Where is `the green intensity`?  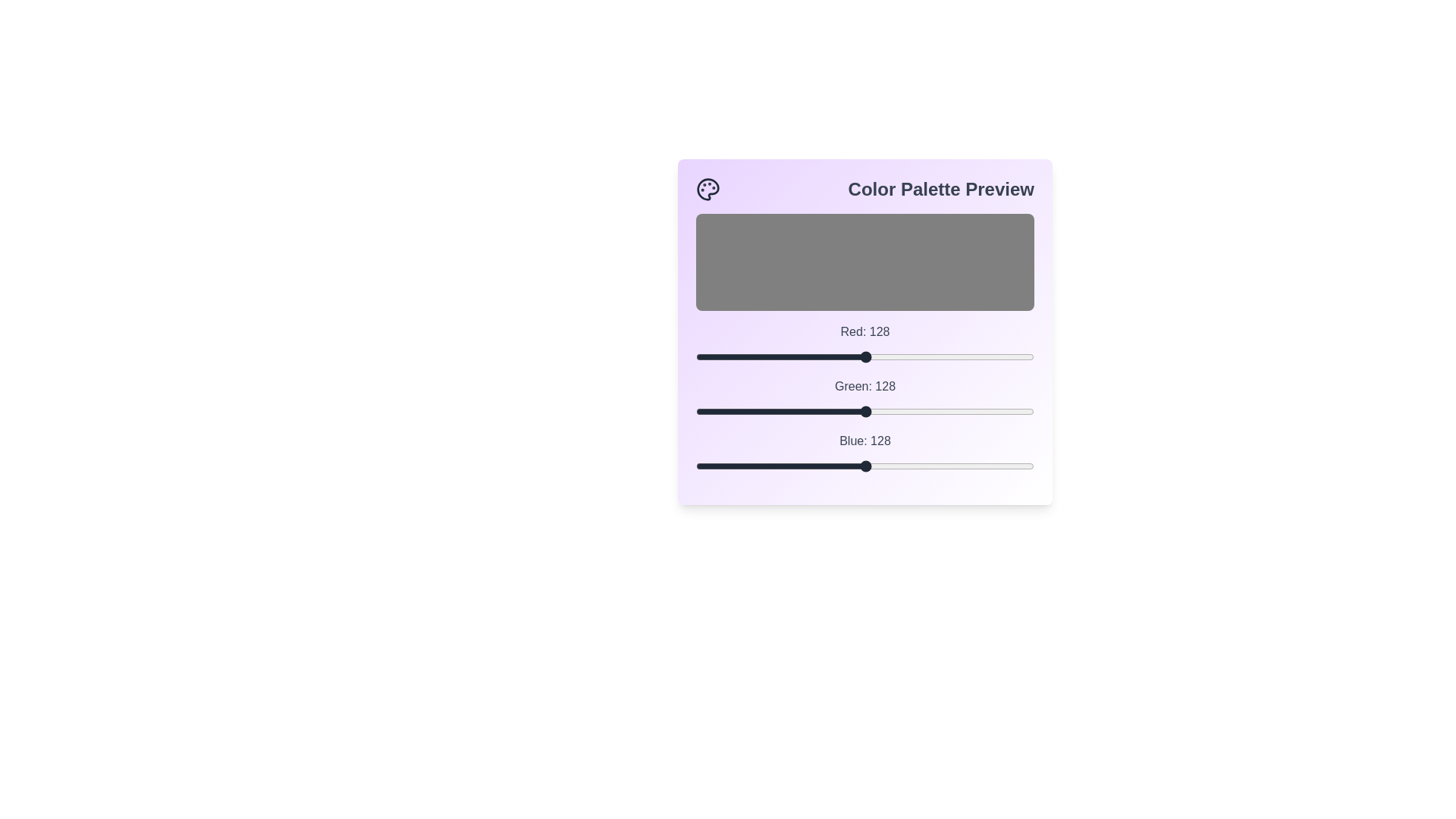 the green intensity is located at coordinates (827, 412).